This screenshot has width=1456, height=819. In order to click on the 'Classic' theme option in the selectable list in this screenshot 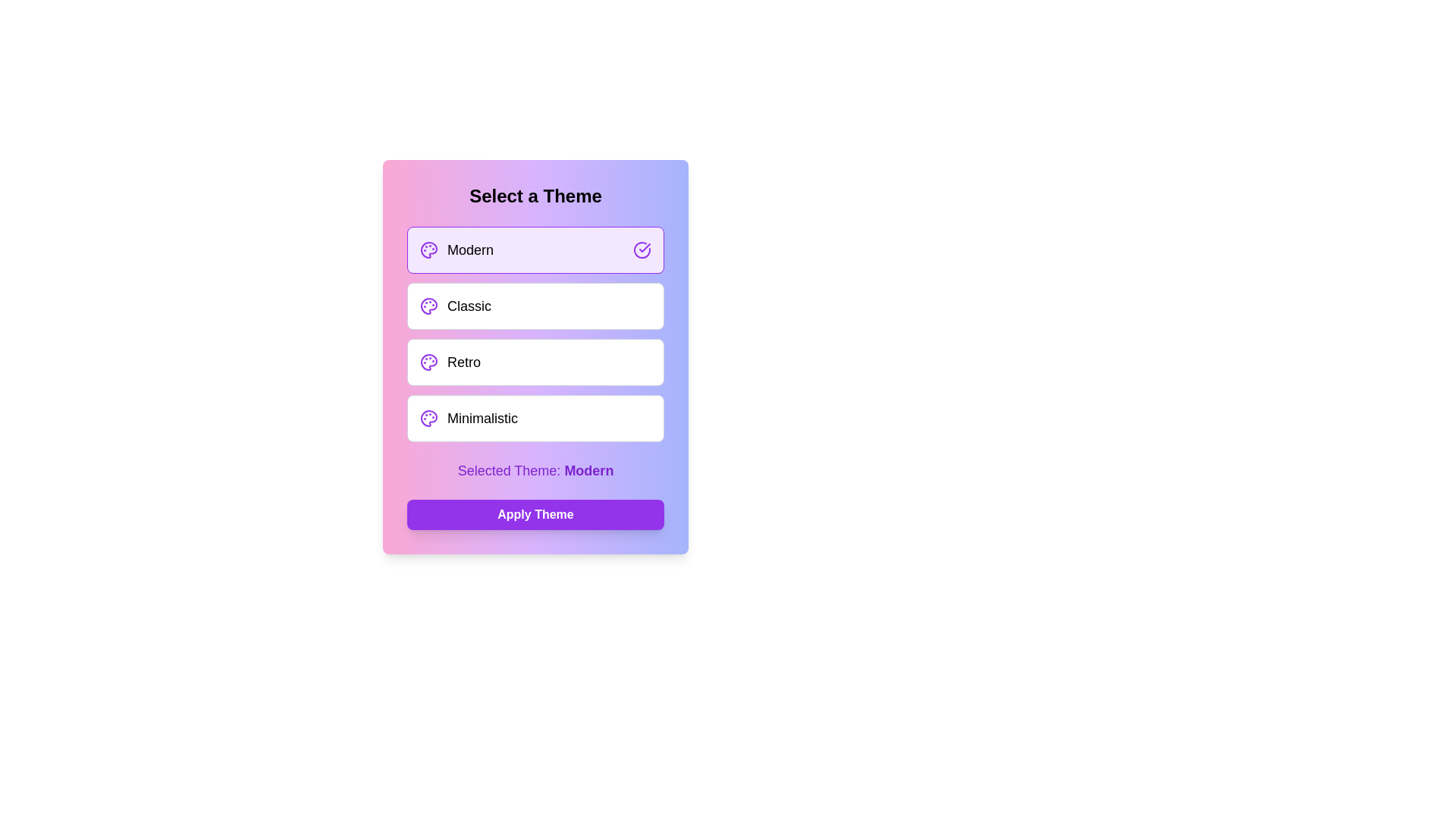, I will do `click(535, 333)`.